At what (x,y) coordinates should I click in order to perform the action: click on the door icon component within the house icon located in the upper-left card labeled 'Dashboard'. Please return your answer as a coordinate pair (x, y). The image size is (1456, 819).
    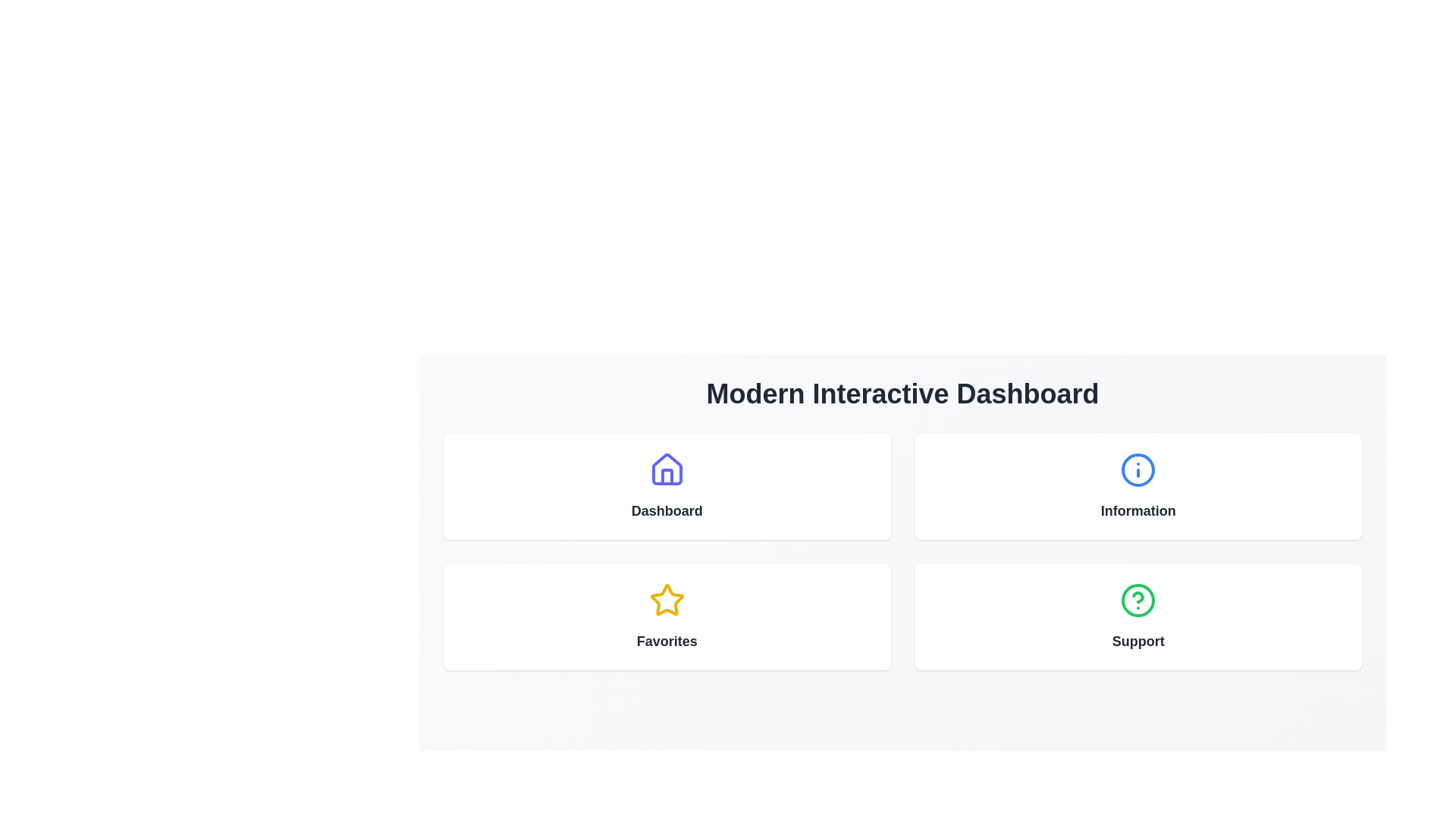
    Looking at the image, I should click on (667, 475).